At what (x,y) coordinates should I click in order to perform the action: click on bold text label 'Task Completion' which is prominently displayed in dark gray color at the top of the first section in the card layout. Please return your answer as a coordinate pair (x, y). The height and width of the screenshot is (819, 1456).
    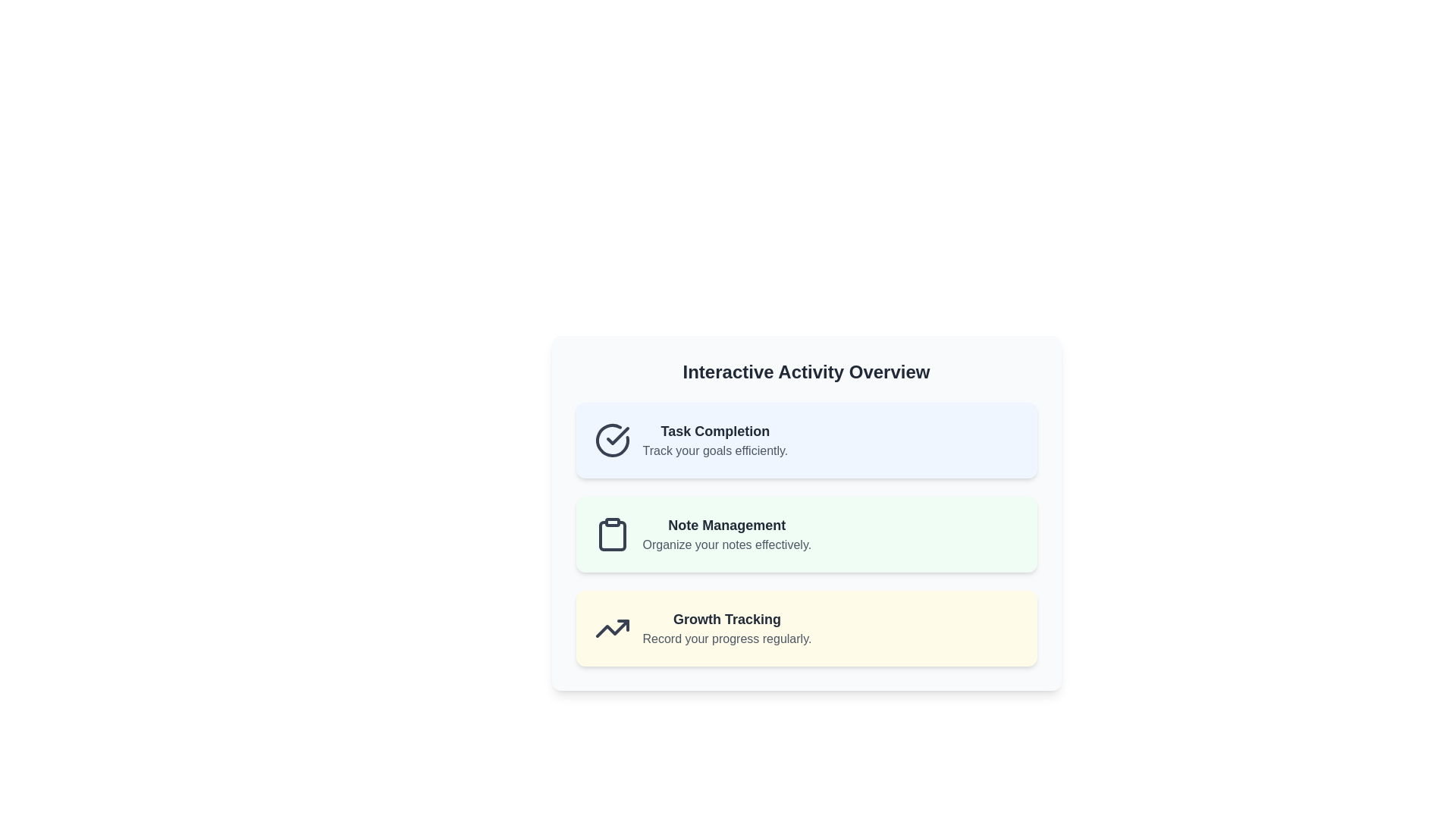
    Looking at the image, I should click on (714, 431).